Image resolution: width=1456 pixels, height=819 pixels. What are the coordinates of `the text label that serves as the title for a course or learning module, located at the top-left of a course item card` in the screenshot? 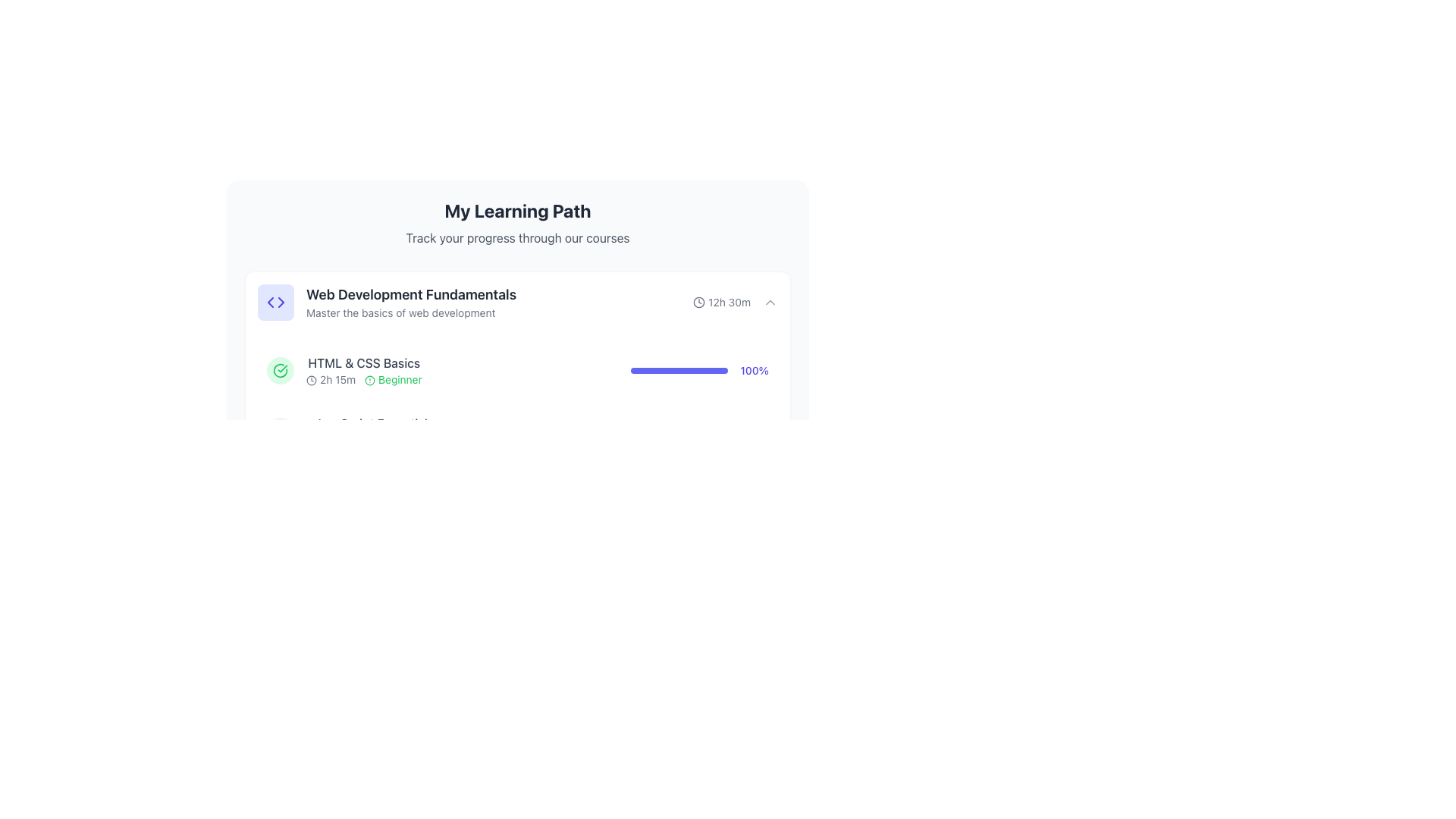 It's located at (411, 295).